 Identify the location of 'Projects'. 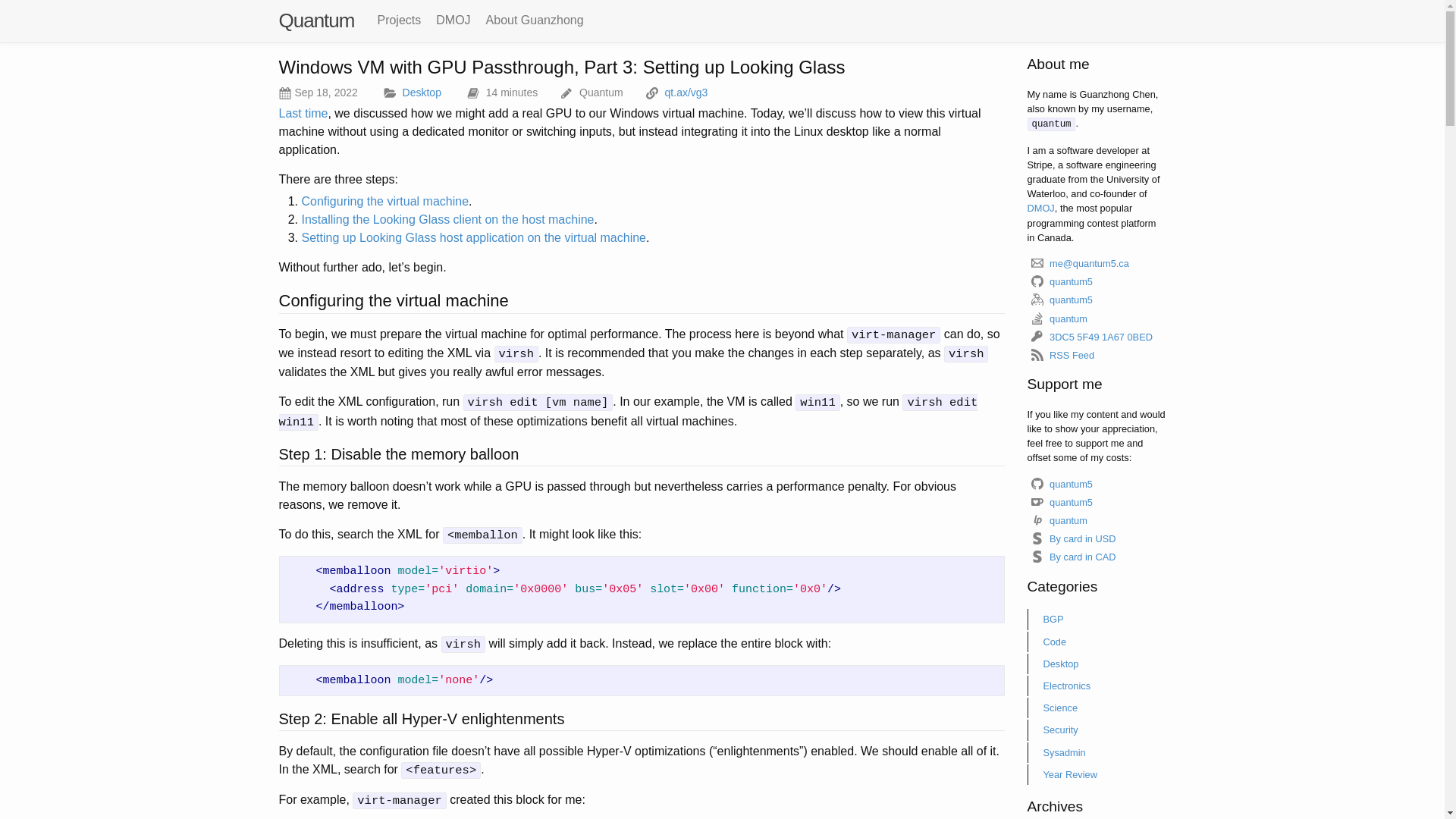
(399, 20).